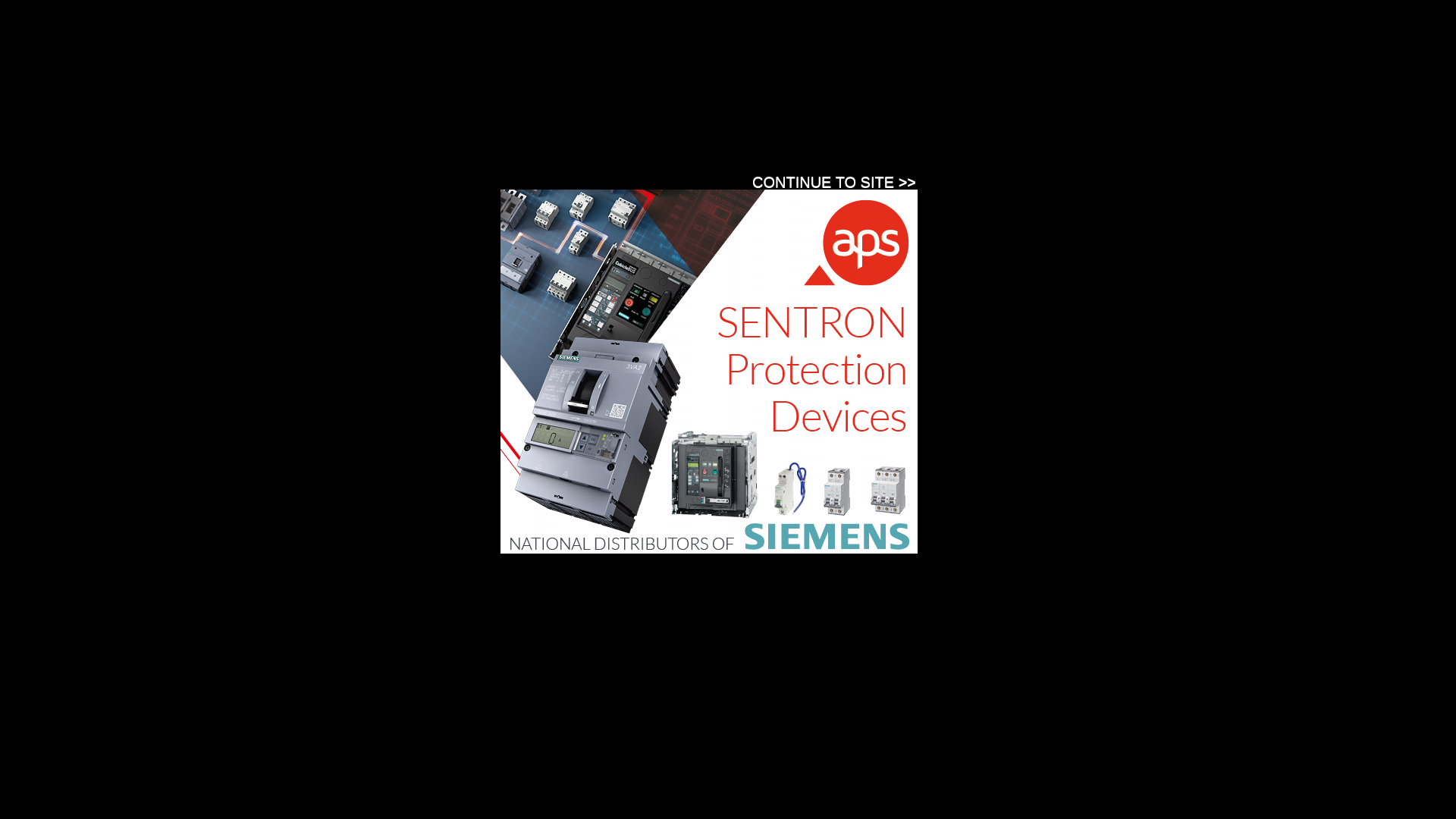 The image size is (1456, 819). Describe the element at coordinates (295, 128) in the screenshot. I see `'Automation'` at that location.